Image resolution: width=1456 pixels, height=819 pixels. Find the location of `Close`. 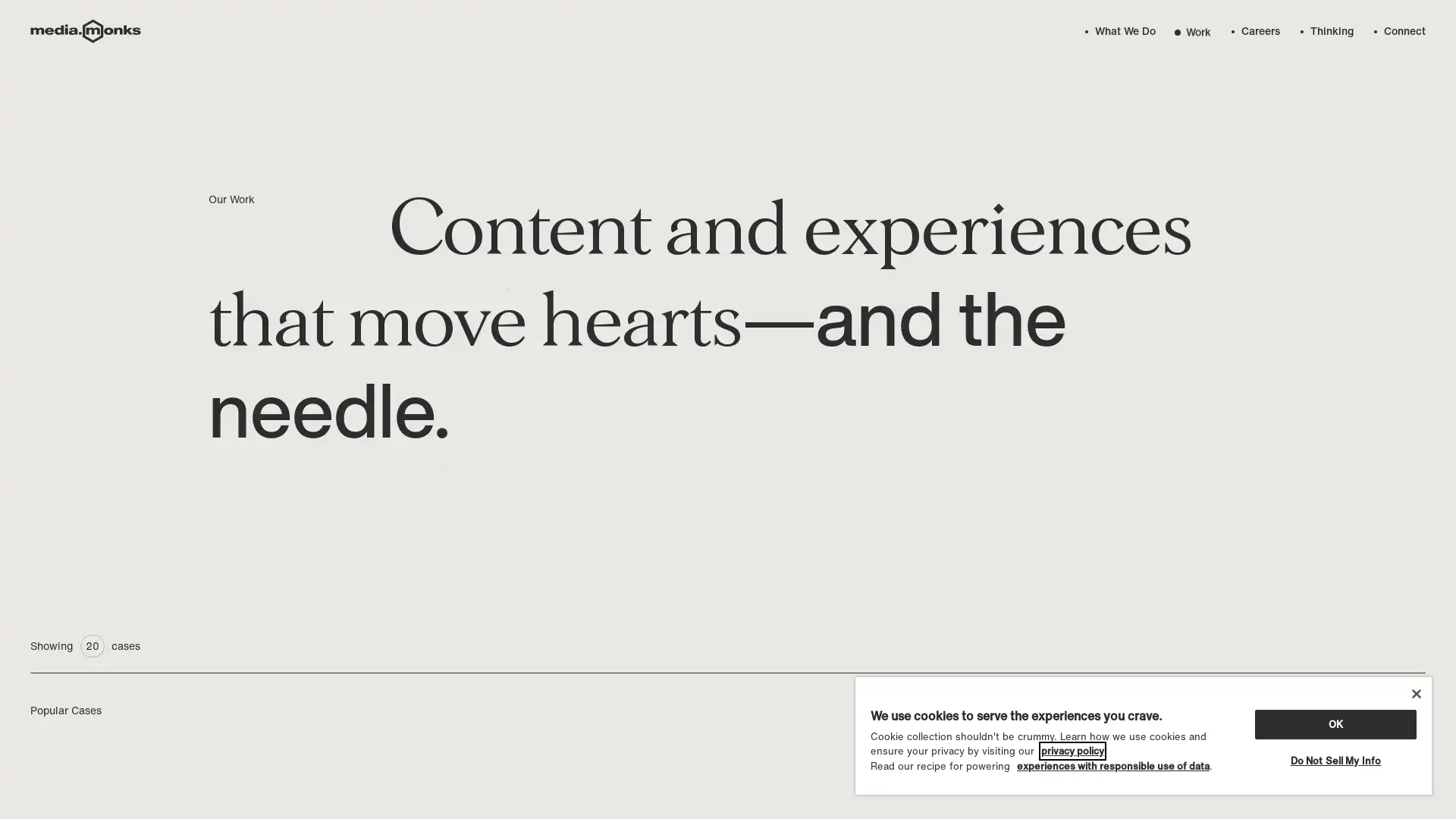

Close is located at coordinates (1415, 693).